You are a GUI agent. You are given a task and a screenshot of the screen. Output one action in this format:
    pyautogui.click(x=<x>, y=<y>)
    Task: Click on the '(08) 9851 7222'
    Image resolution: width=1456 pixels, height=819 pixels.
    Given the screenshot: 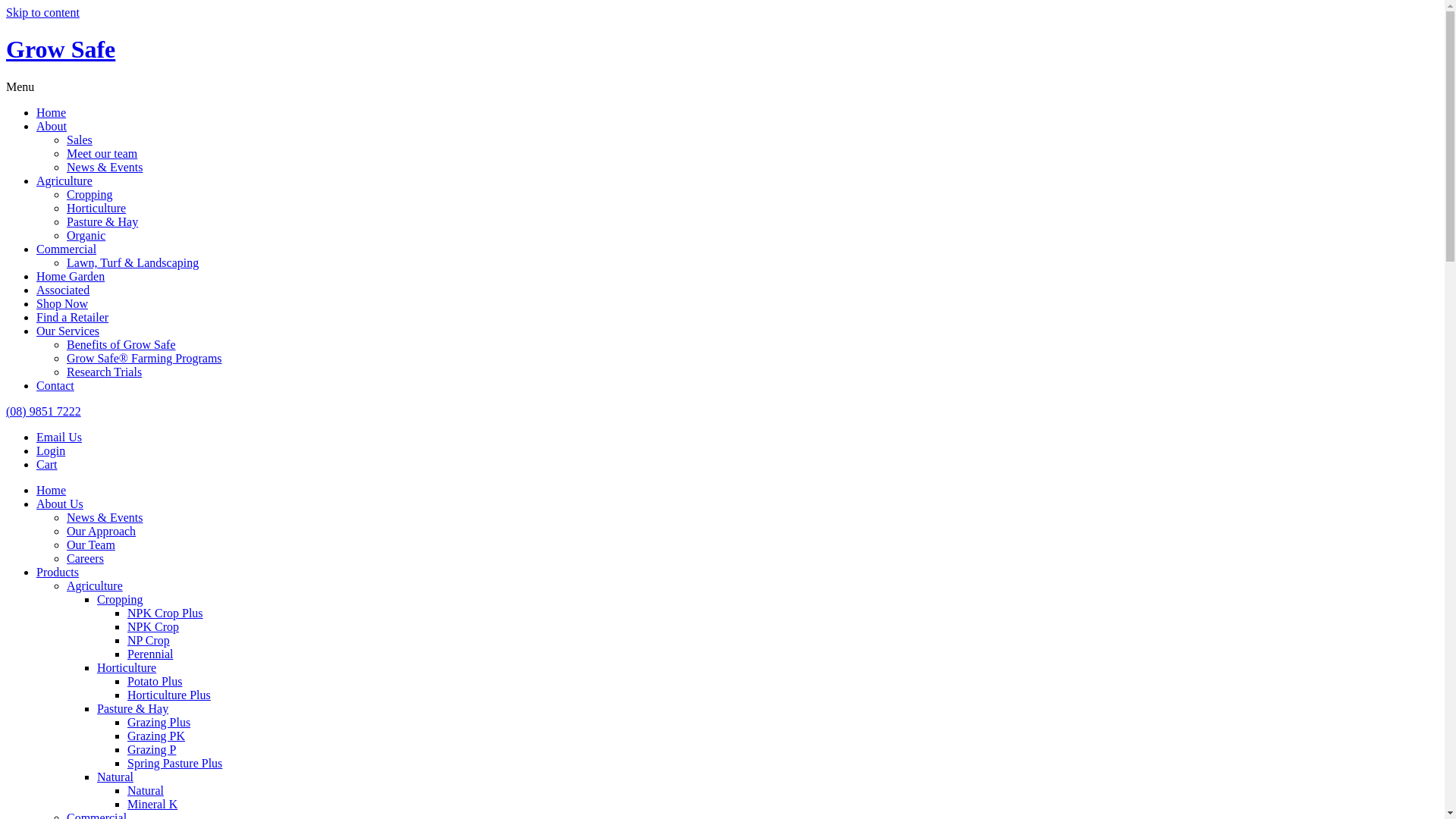 What is the action you would take?
    pyautogui.click(x=43, y=411)
    